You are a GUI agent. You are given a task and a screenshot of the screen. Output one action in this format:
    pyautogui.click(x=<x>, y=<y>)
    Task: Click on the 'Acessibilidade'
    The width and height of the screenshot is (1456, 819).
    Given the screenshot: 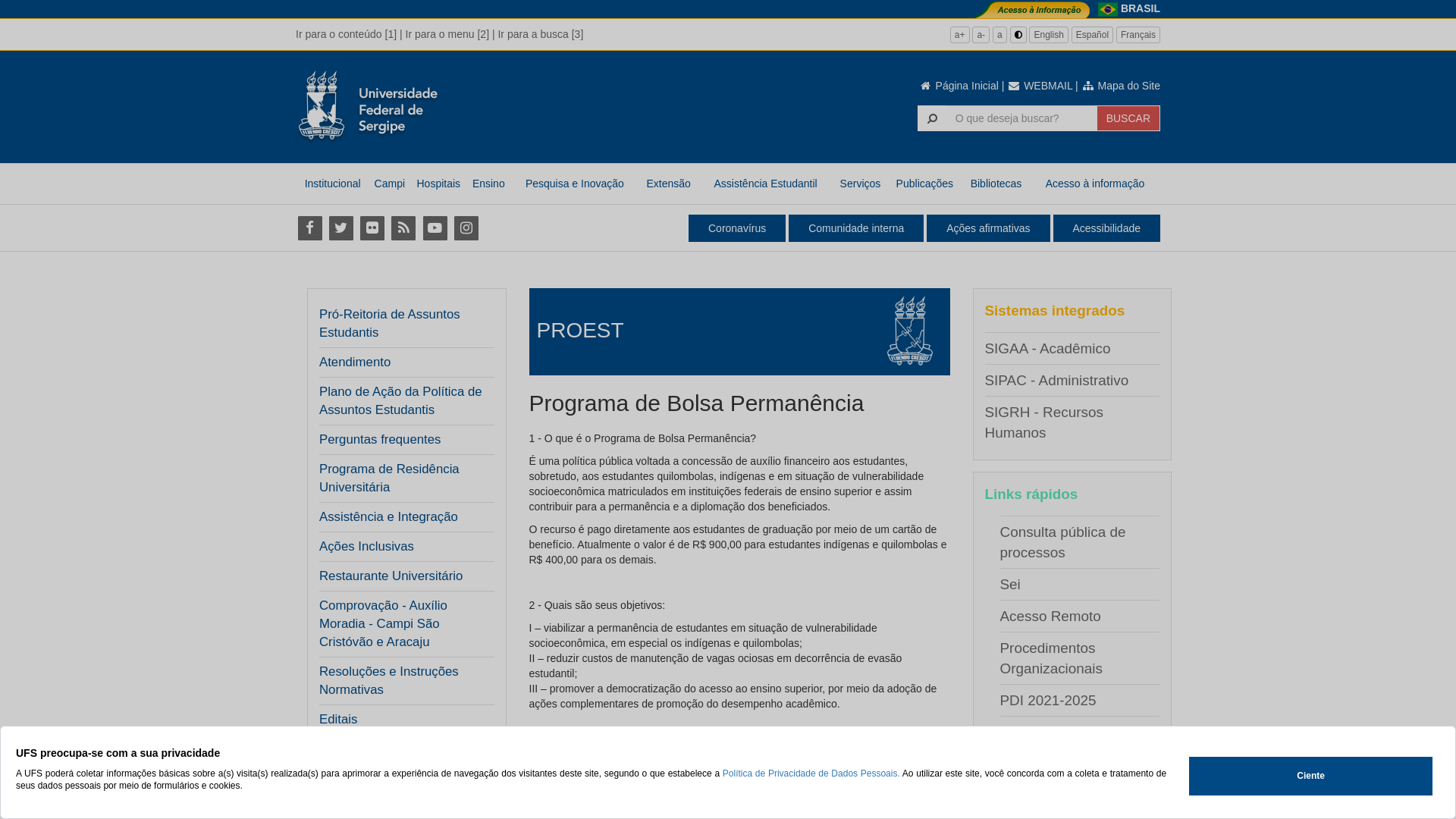 What is the action you would take?
    pyautogui.click(x=1106, y=227)
    